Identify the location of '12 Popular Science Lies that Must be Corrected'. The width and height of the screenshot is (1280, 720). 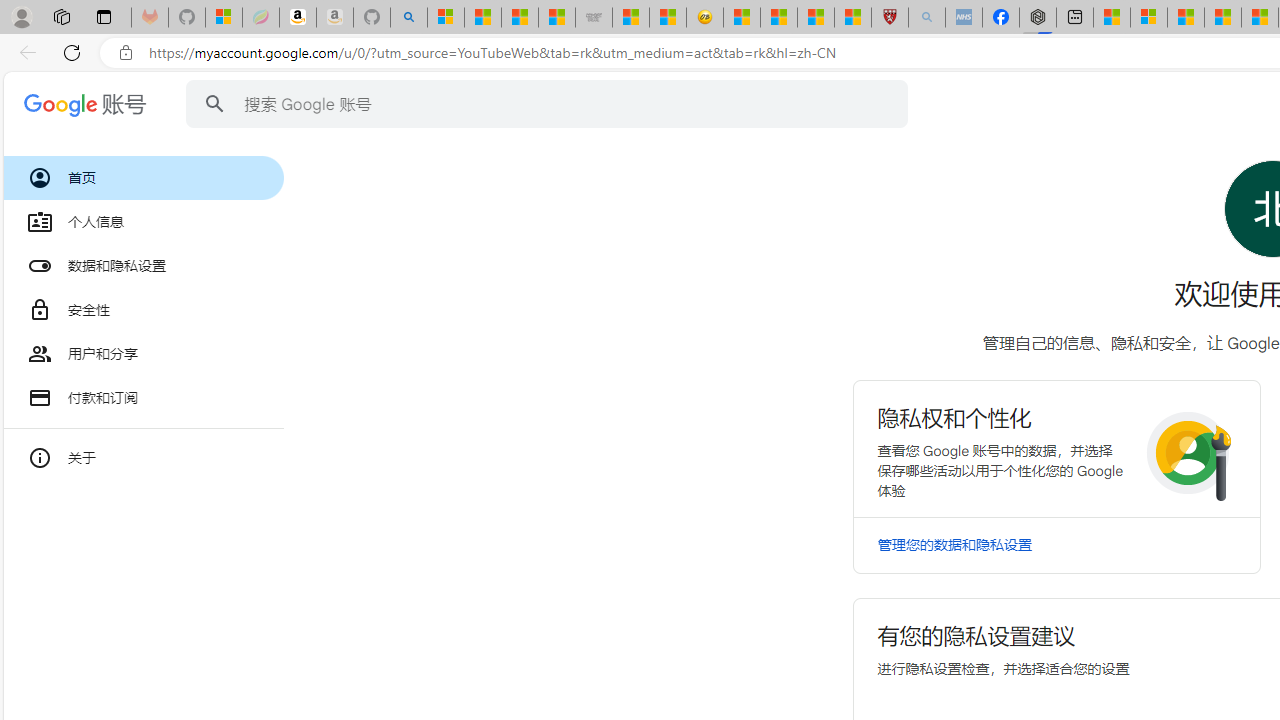
(853, 17).